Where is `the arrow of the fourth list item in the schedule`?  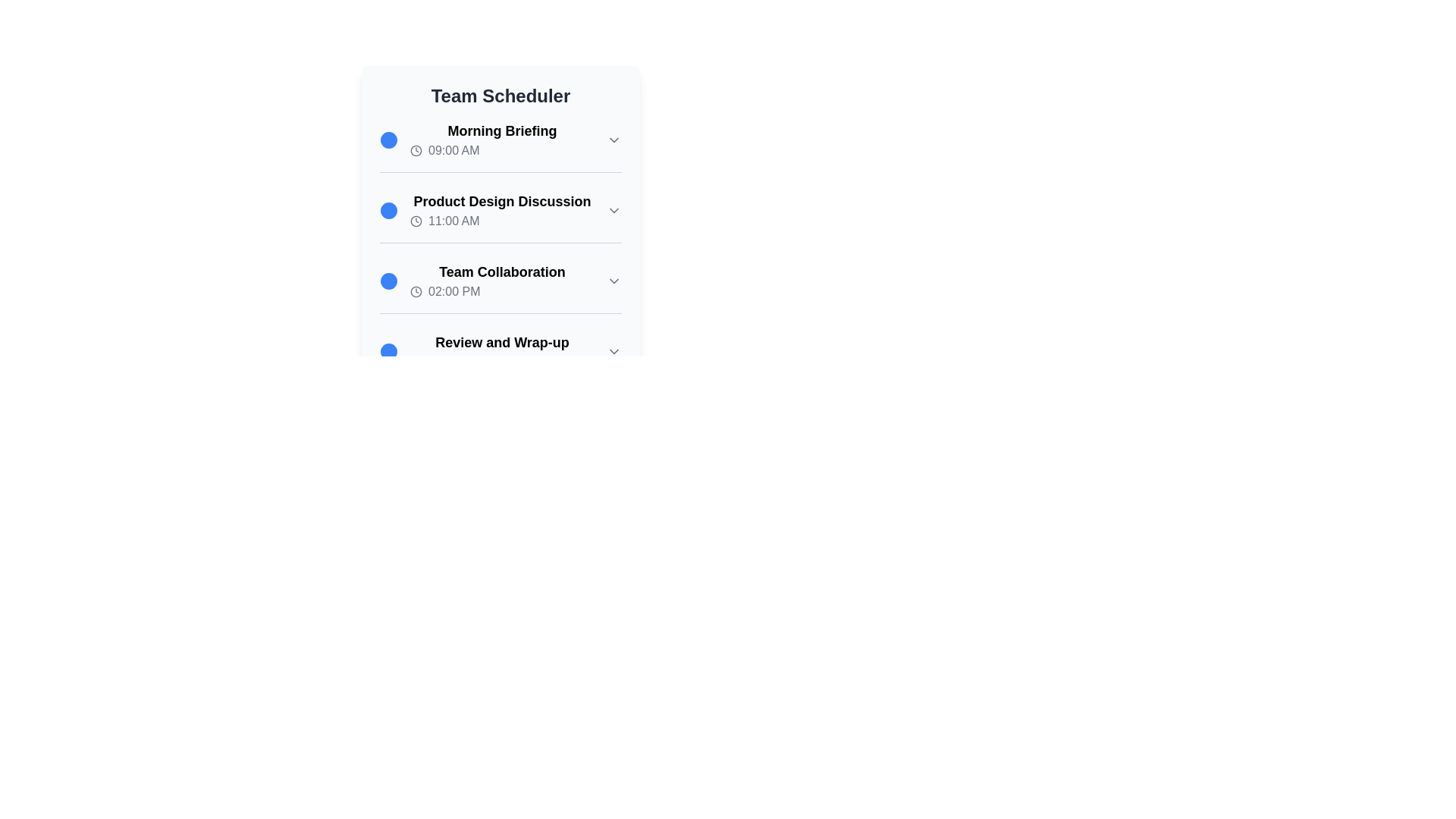 the arrow of the fourth list item in the schedule is located at coordinates (500, 351).